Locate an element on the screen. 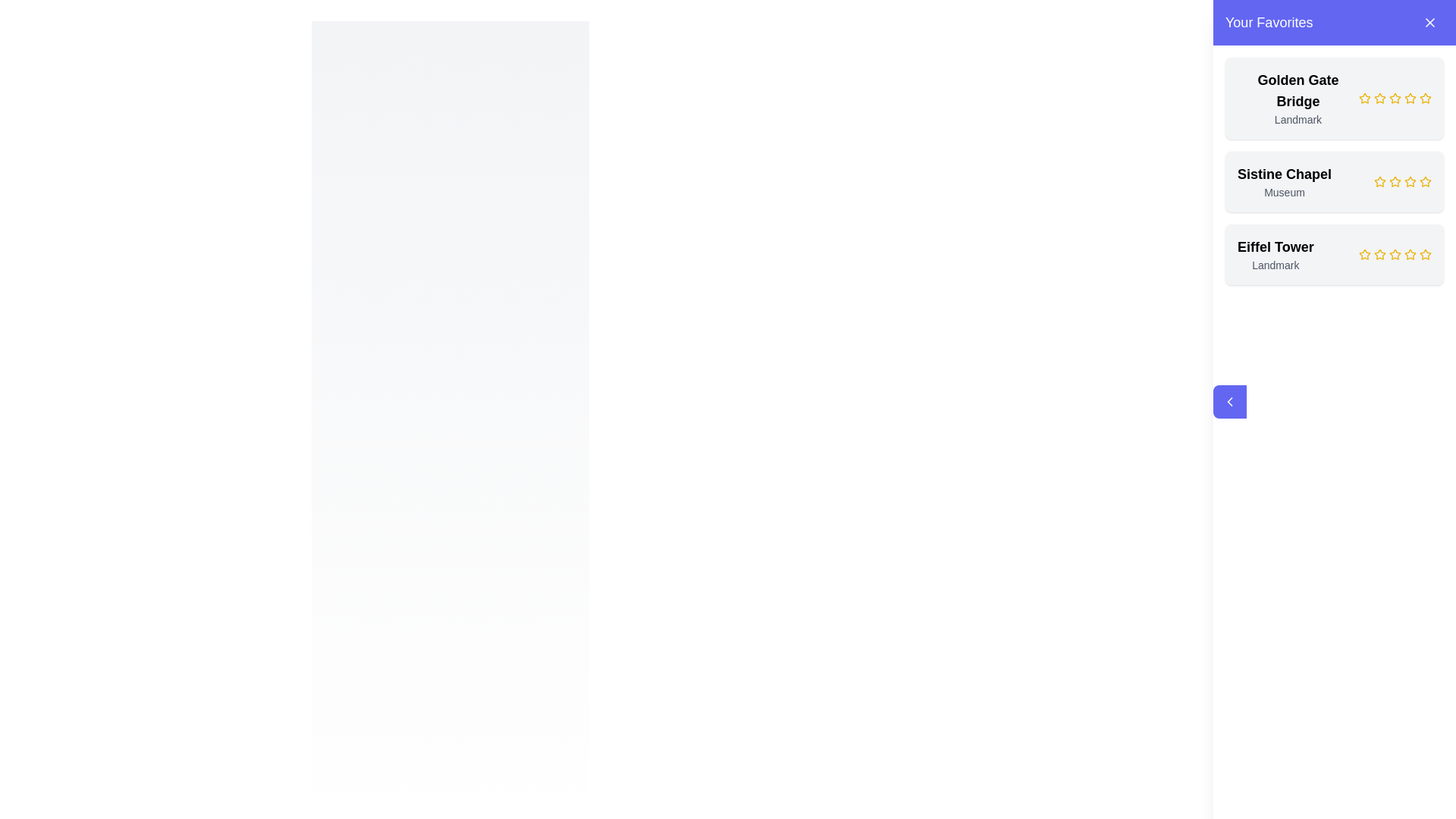 The width and height of the screenshot is (1456, 819). the fifth clickable star icon in the rating row for the item 'Sistine Chapel' in the 'Your Favorites' section is located at coordinates (1425, 180).